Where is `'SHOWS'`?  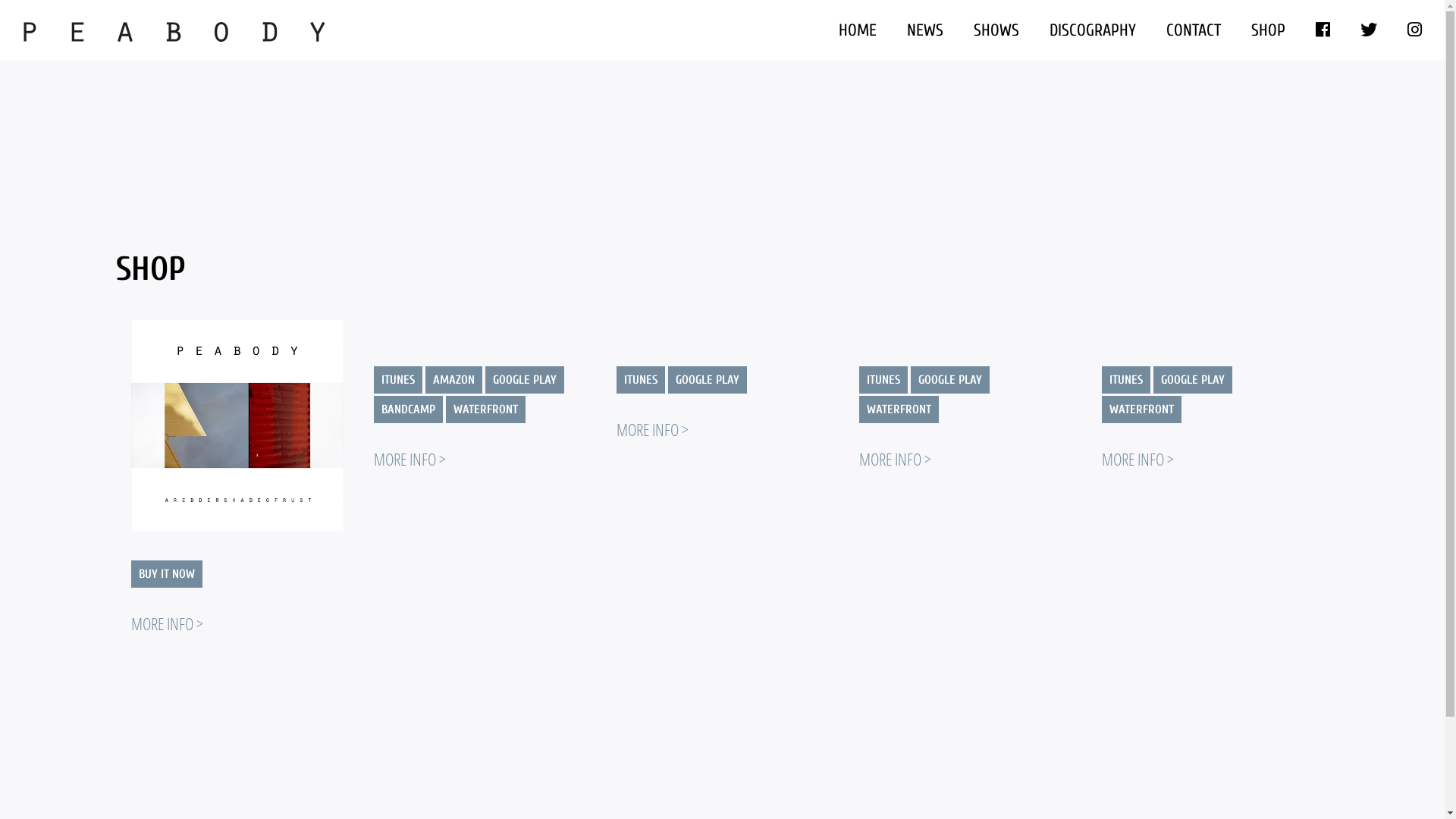 'SHOWS' is located at coordinates (996, 30).